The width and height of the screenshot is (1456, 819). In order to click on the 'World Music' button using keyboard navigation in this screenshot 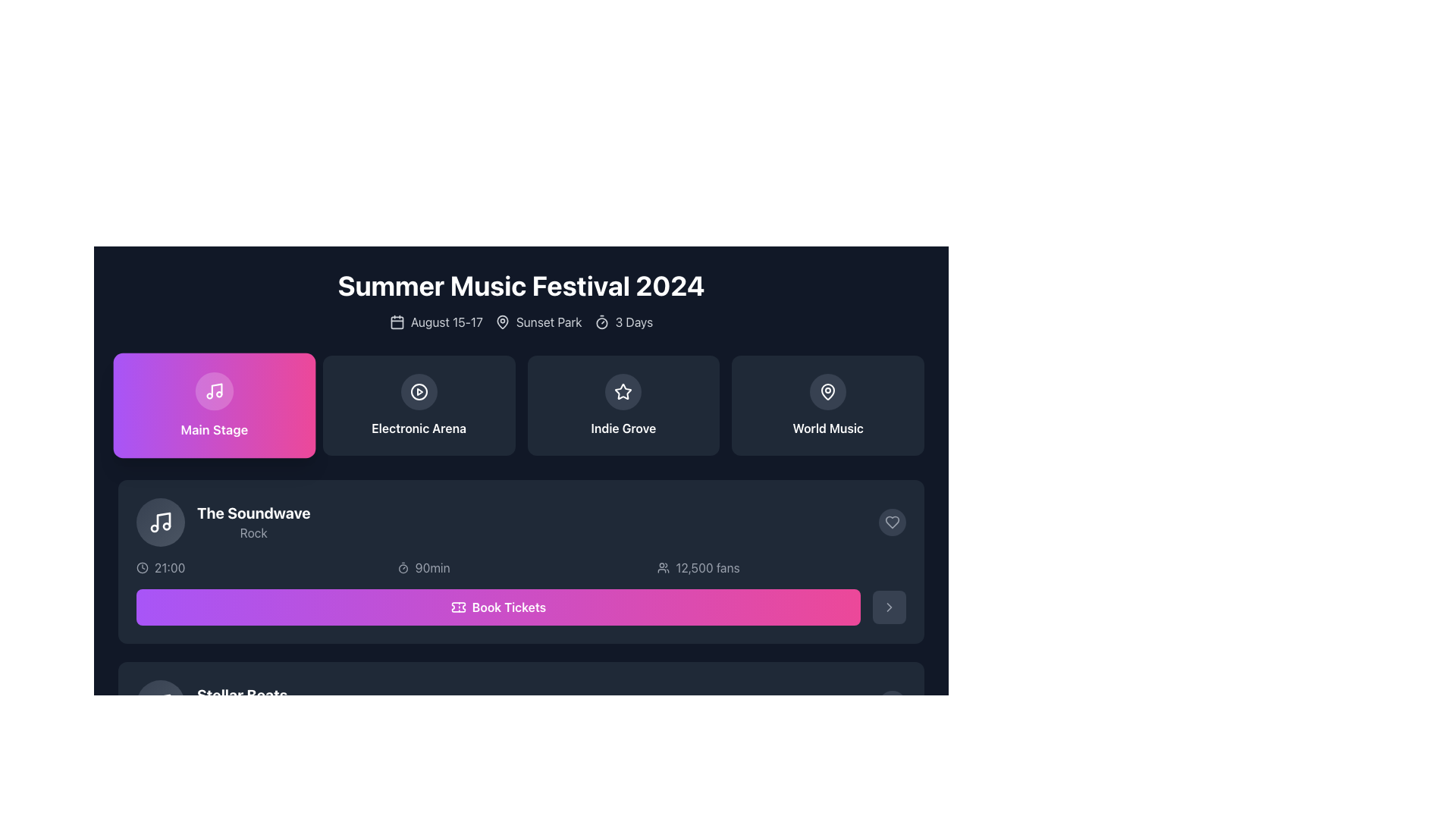, I will do `click(827, 405)`.